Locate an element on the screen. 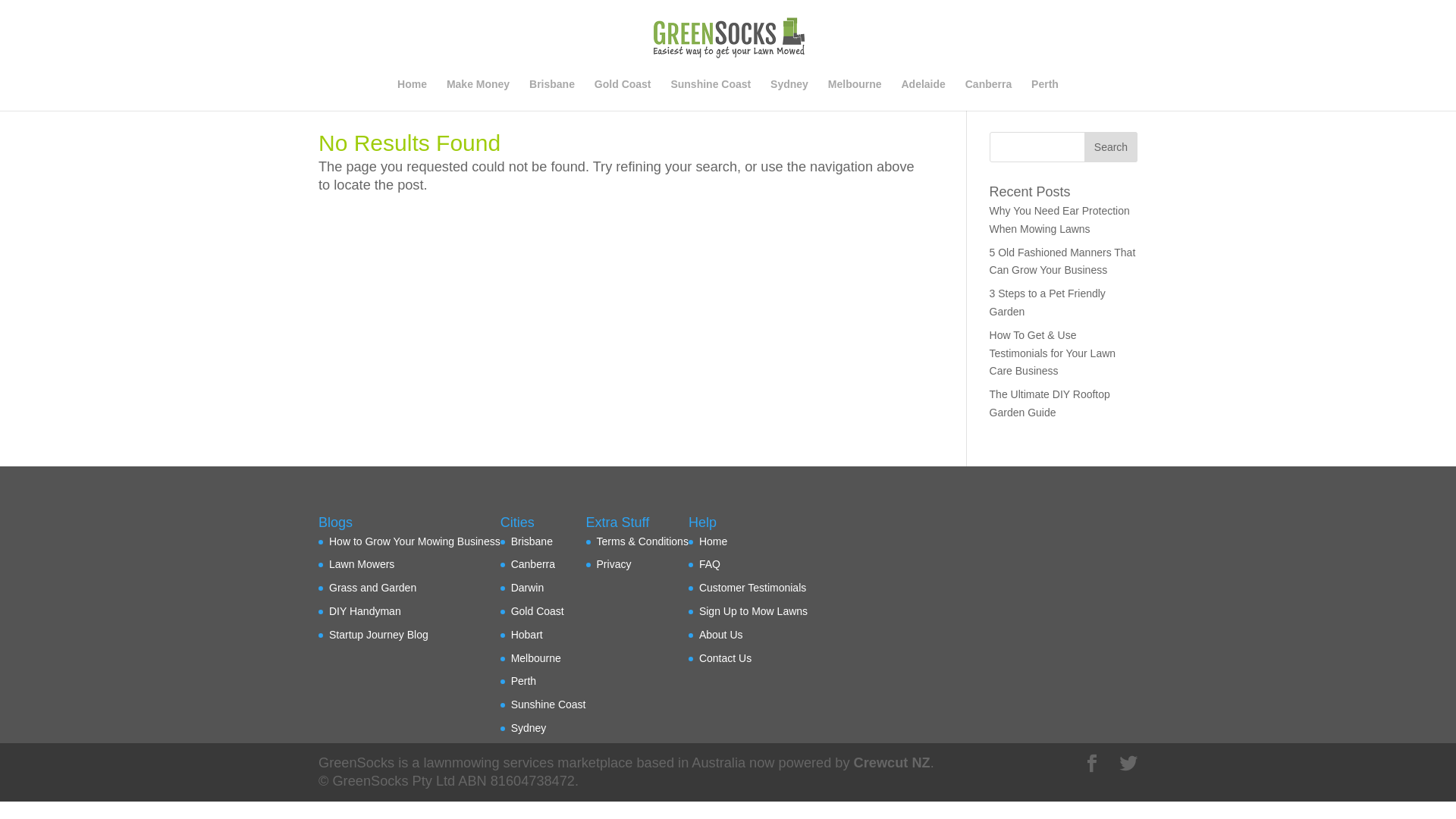 This screenshot has width=1456, height=819. 'About Us' is located at coordinates (720, 635).